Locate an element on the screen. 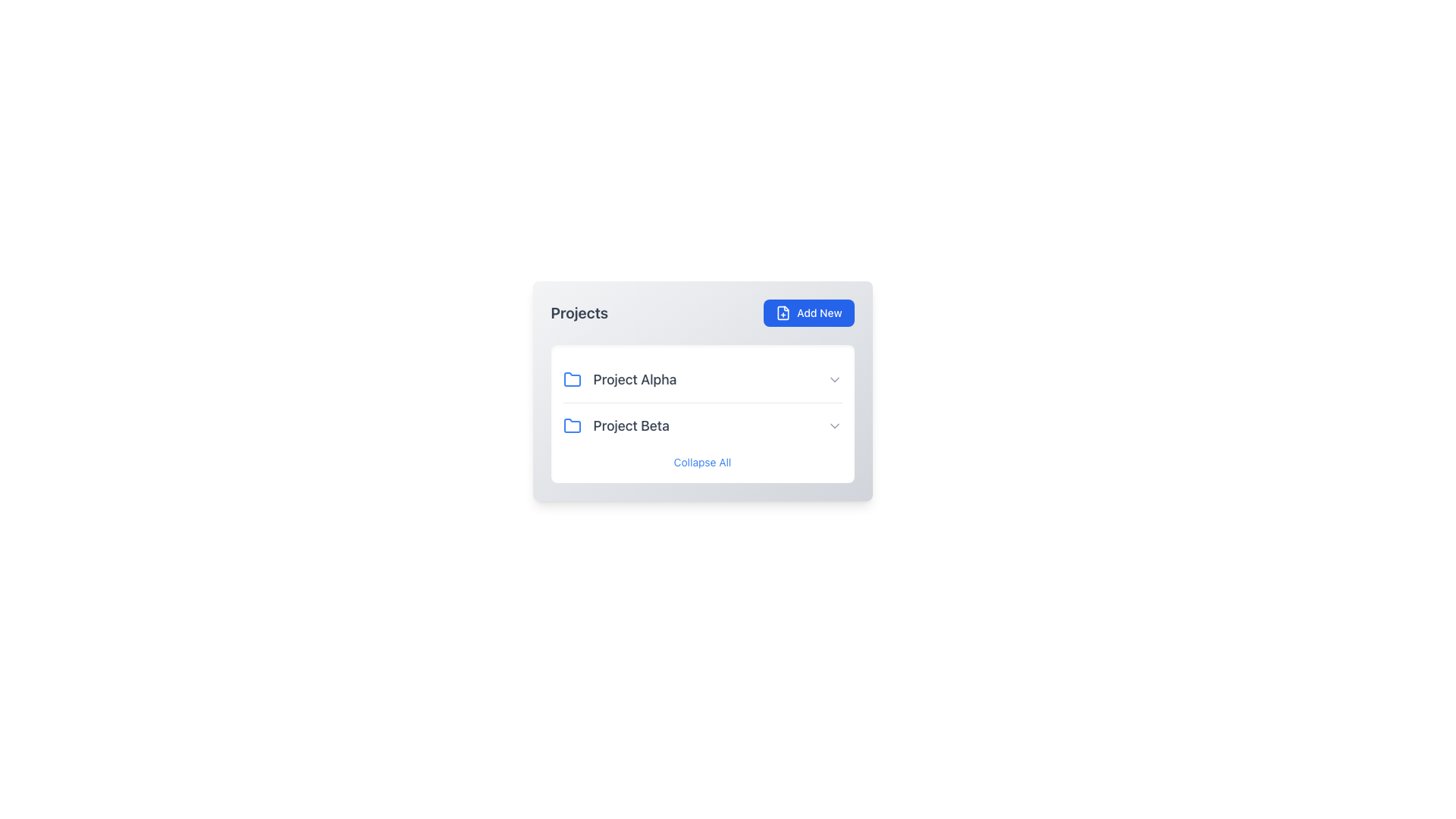 This screenshot has width=1456, height=819. the text label displaying 'Project Beta', which is styled in gray with medium font weight and larger size, located to the right of a blue folder icon is located at coordinates (631, 426).